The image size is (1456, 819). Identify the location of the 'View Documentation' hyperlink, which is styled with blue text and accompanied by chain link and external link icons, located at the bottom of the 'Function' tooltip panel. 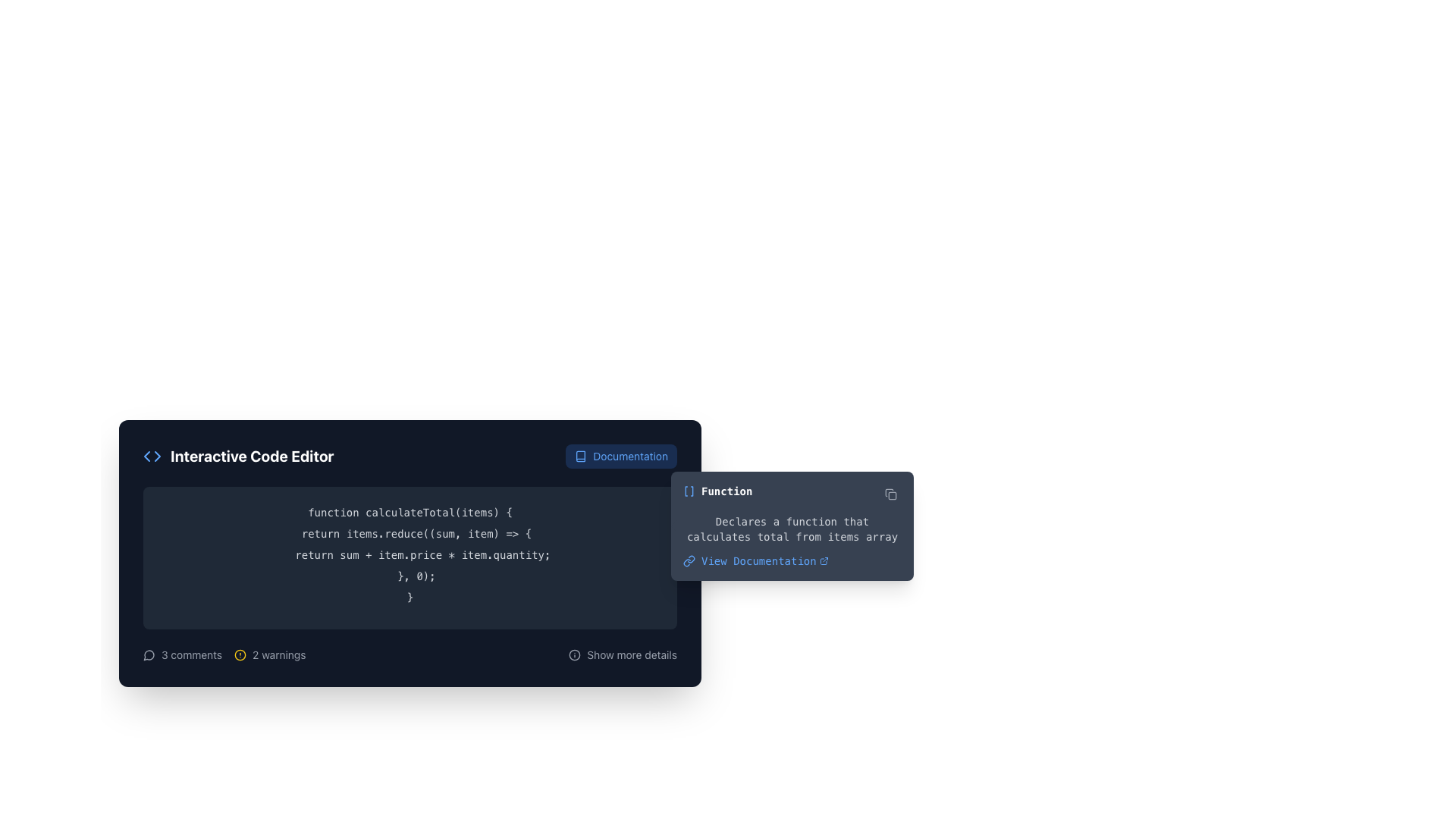
(792, 561).